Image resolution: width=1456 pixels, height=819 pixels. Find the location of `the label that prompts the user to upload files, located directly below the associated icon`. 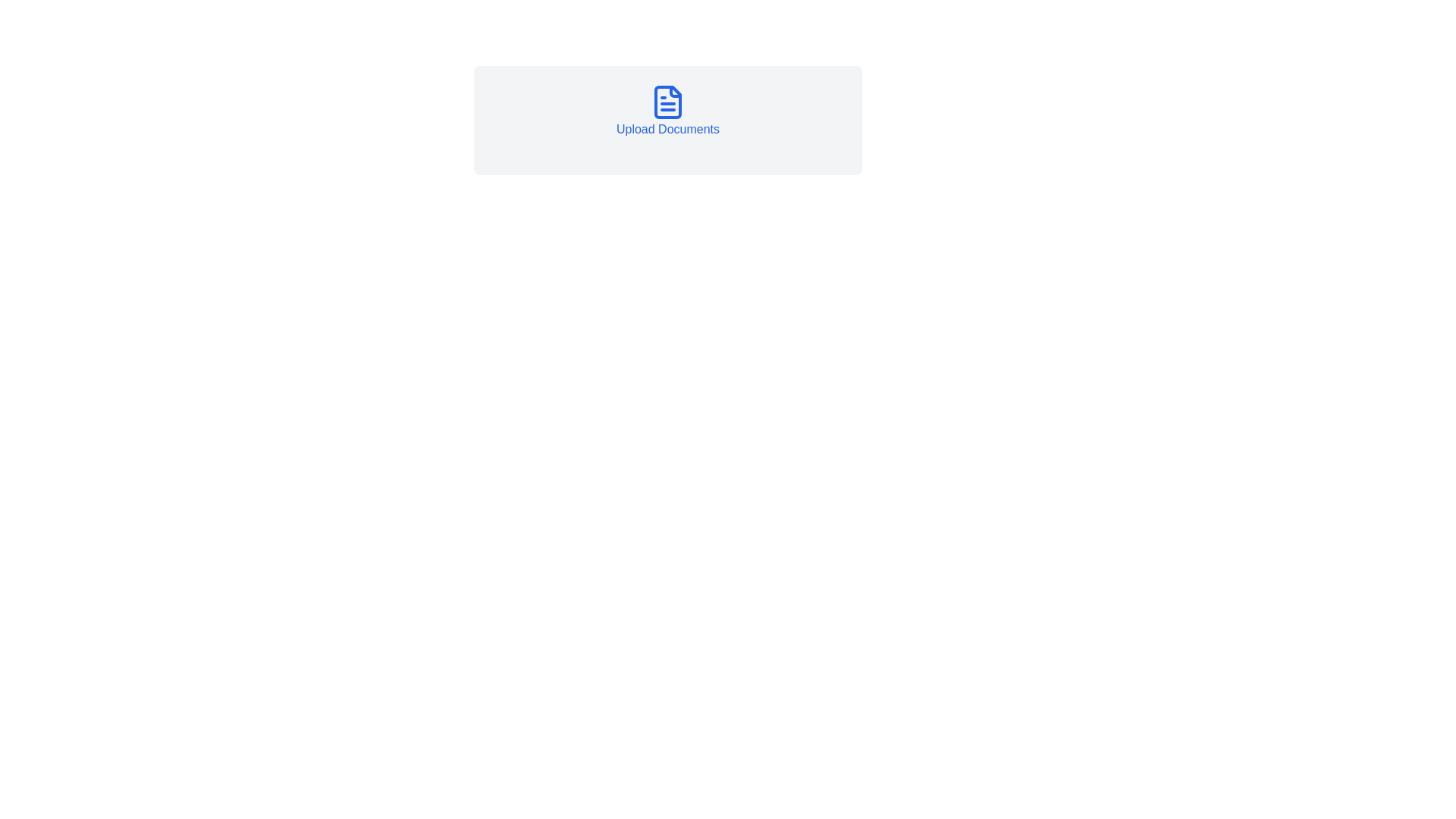

the label that prompts the user to upload files, located directly below the associated icon is located at coordinates (667, 128).